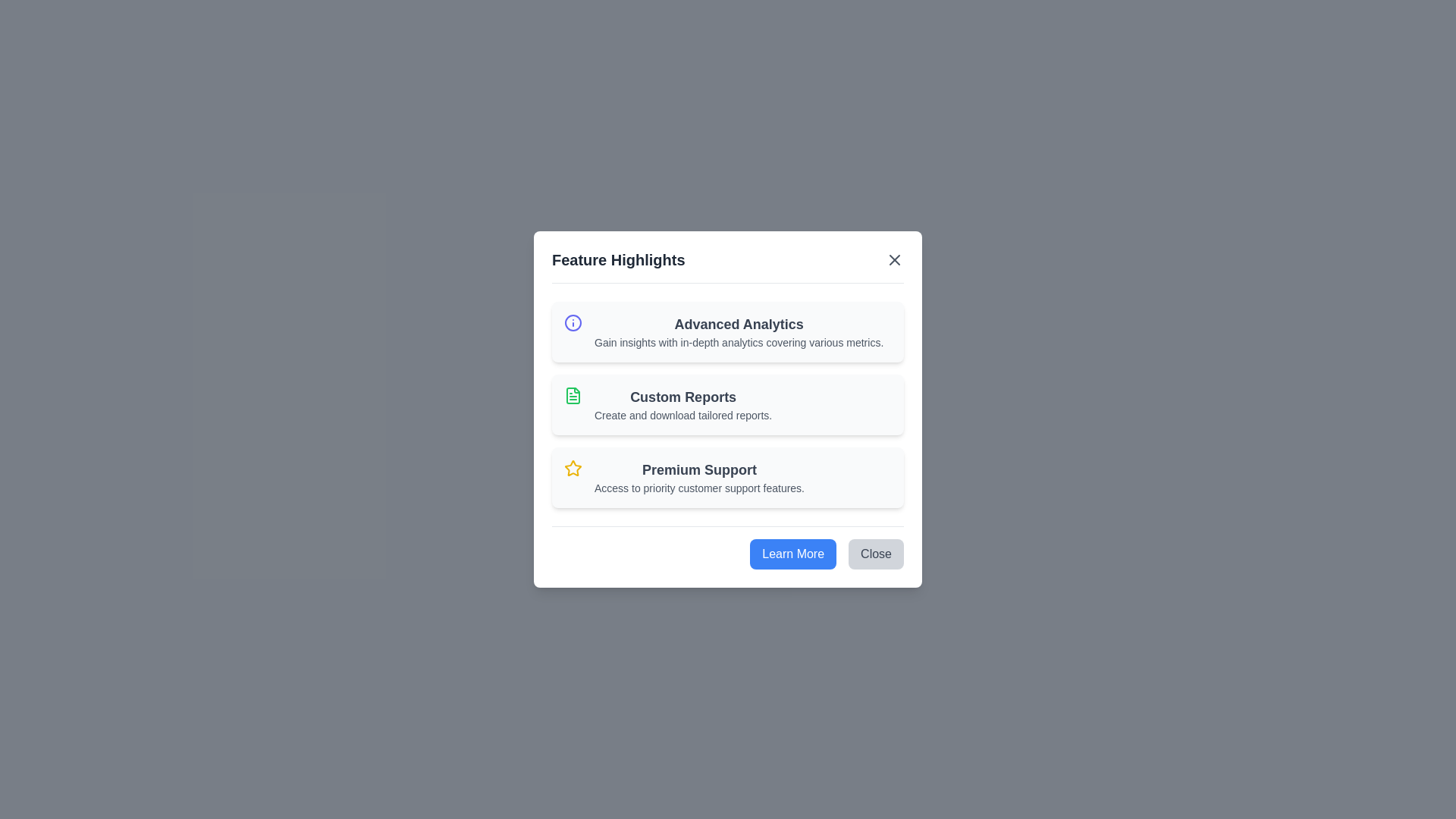 This screenshot has height=819, width=1456. I want to click on the descriptive text element located below the 'Advanced Analytics' header in the first highlighted feature box of the dialog, so click(739, 342).